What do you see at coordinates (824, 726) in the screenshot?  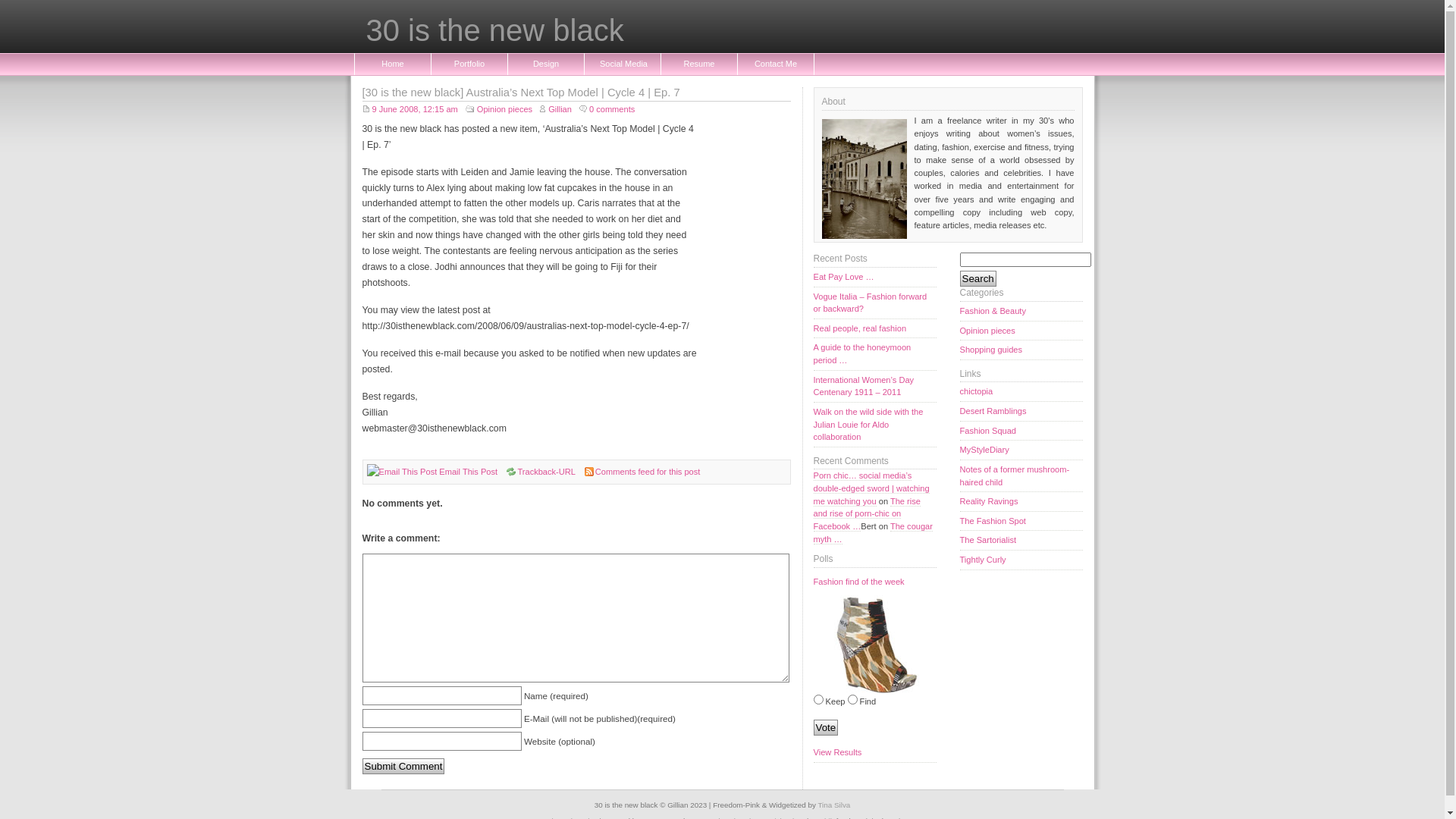 I see `'Vote'` at bounding box center [824, 726].